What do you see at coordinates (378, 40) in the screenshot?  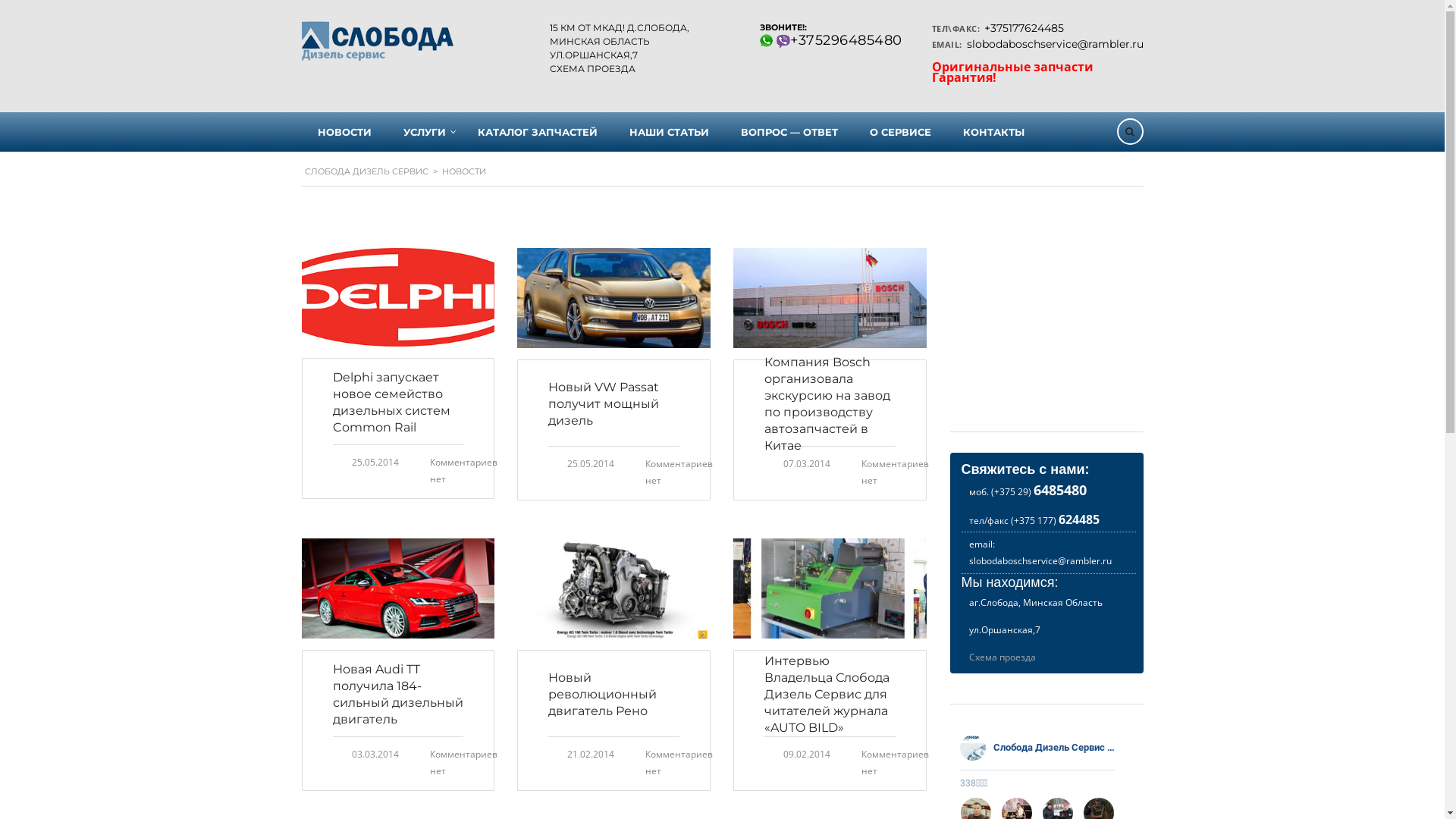 I see `'Home'` at bounding box center [378, 40].